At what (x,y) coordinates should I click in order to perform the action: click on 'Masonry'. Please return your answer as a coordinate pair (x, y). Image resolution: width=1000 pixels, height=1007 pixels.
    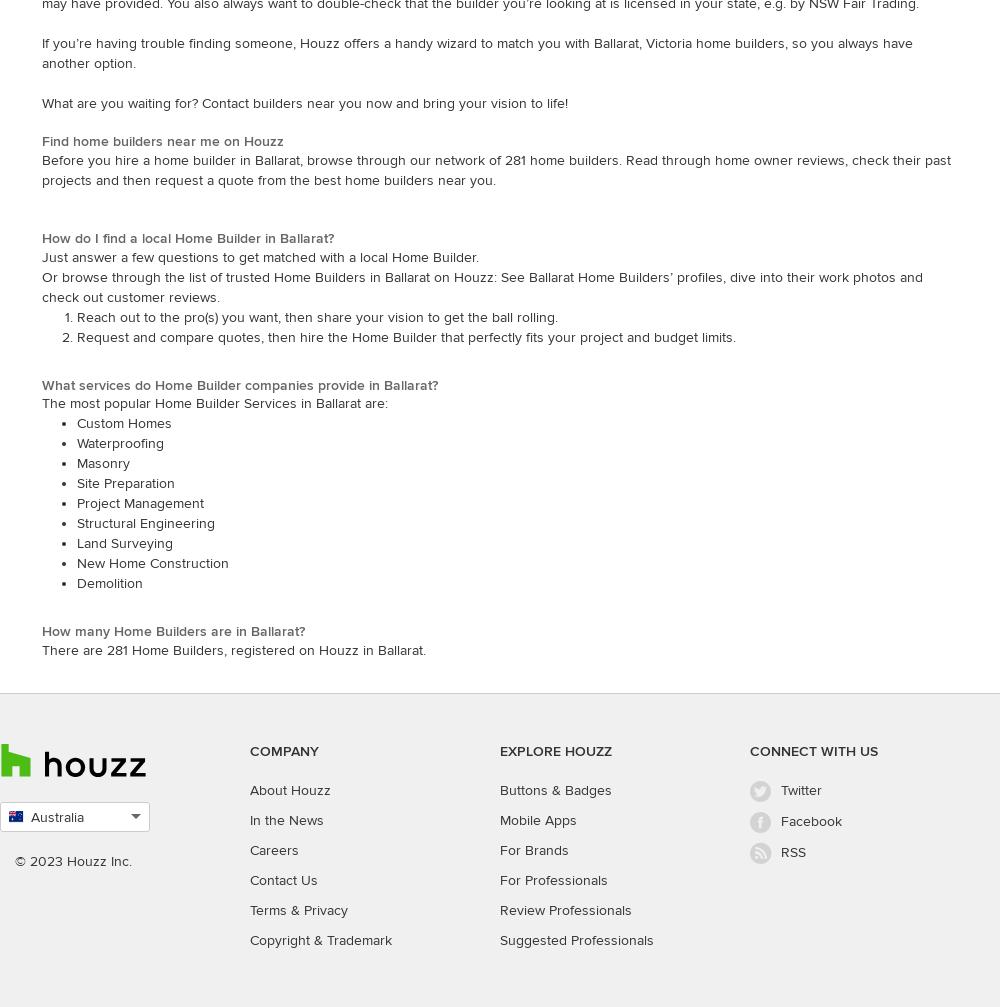
    Looking at the image, I should click on (76, 463).